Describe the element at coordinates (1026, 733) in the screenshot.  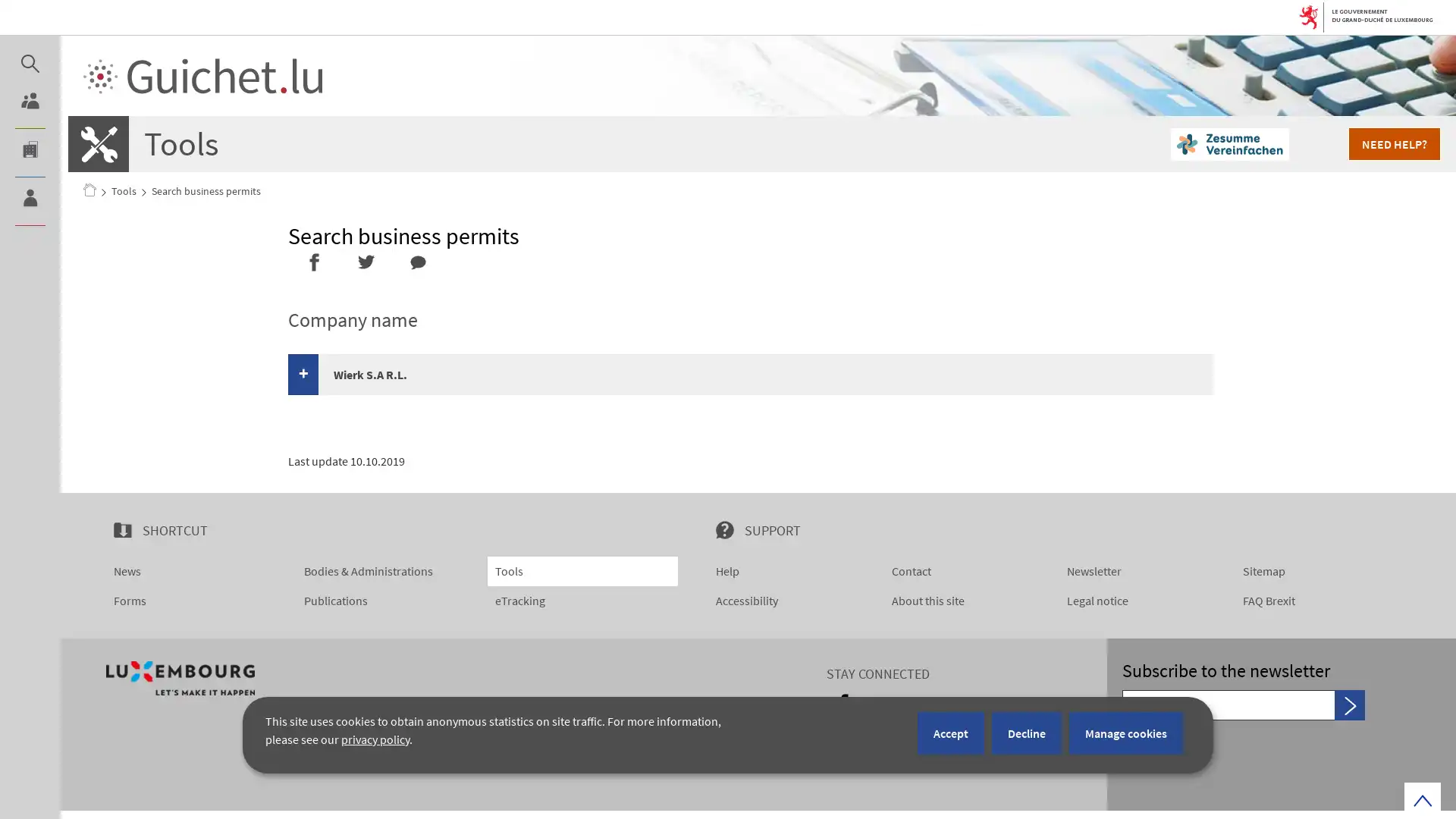
I see `Decline` at that location.